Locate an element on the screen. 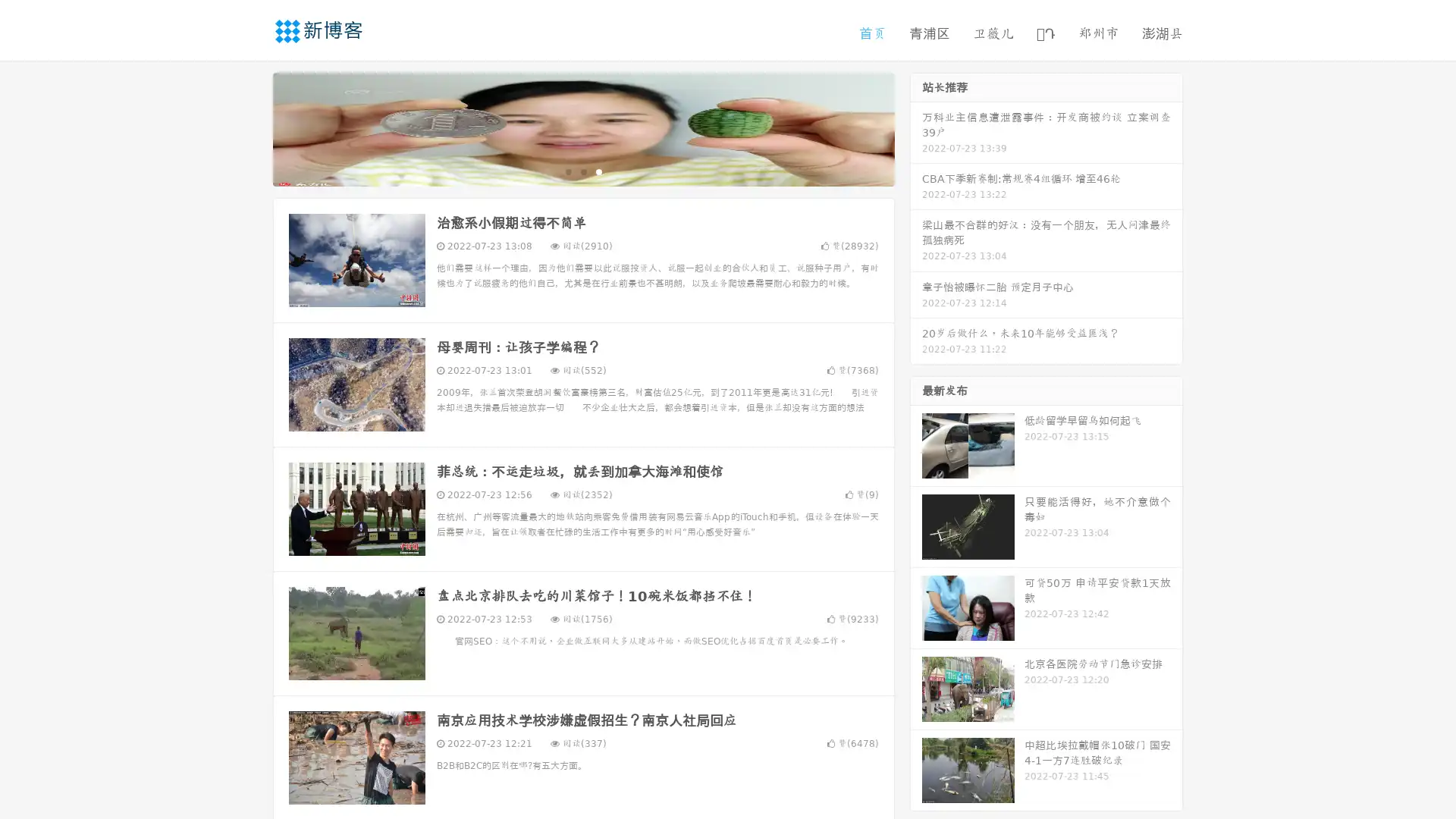 This screenshot has height=819, width=1456. Previous slide is located at coordinates (250, 127).